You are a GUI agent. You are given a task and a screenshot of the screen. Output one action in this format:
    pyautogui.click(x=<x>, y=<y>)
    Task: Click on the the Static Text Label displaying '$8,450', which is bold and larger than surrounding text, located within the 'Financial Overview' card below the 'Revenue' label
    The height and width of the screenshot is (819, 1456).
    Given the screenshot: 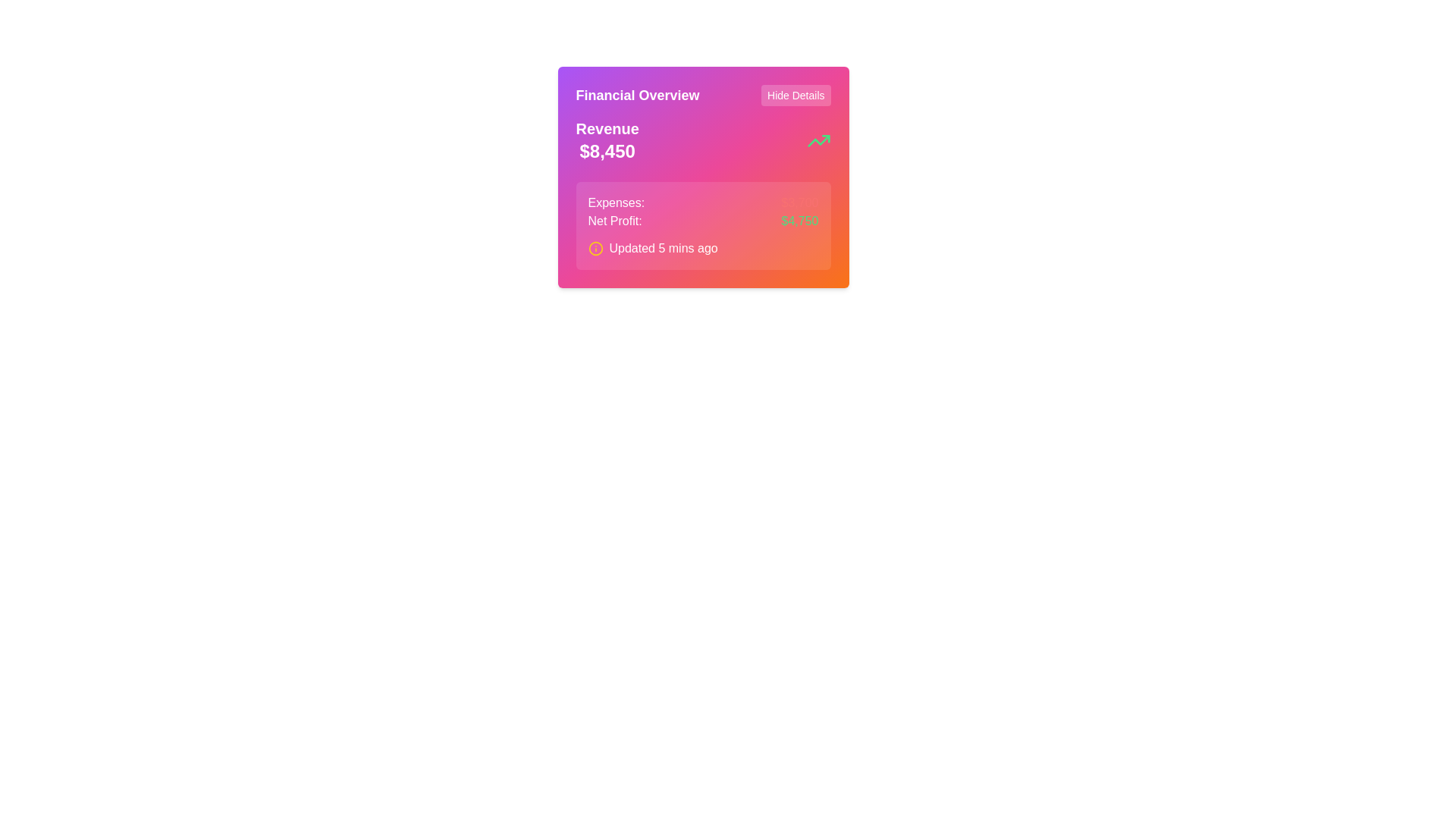 What is the action you would take?
    pyautogui.click(x=607, y=152)
    